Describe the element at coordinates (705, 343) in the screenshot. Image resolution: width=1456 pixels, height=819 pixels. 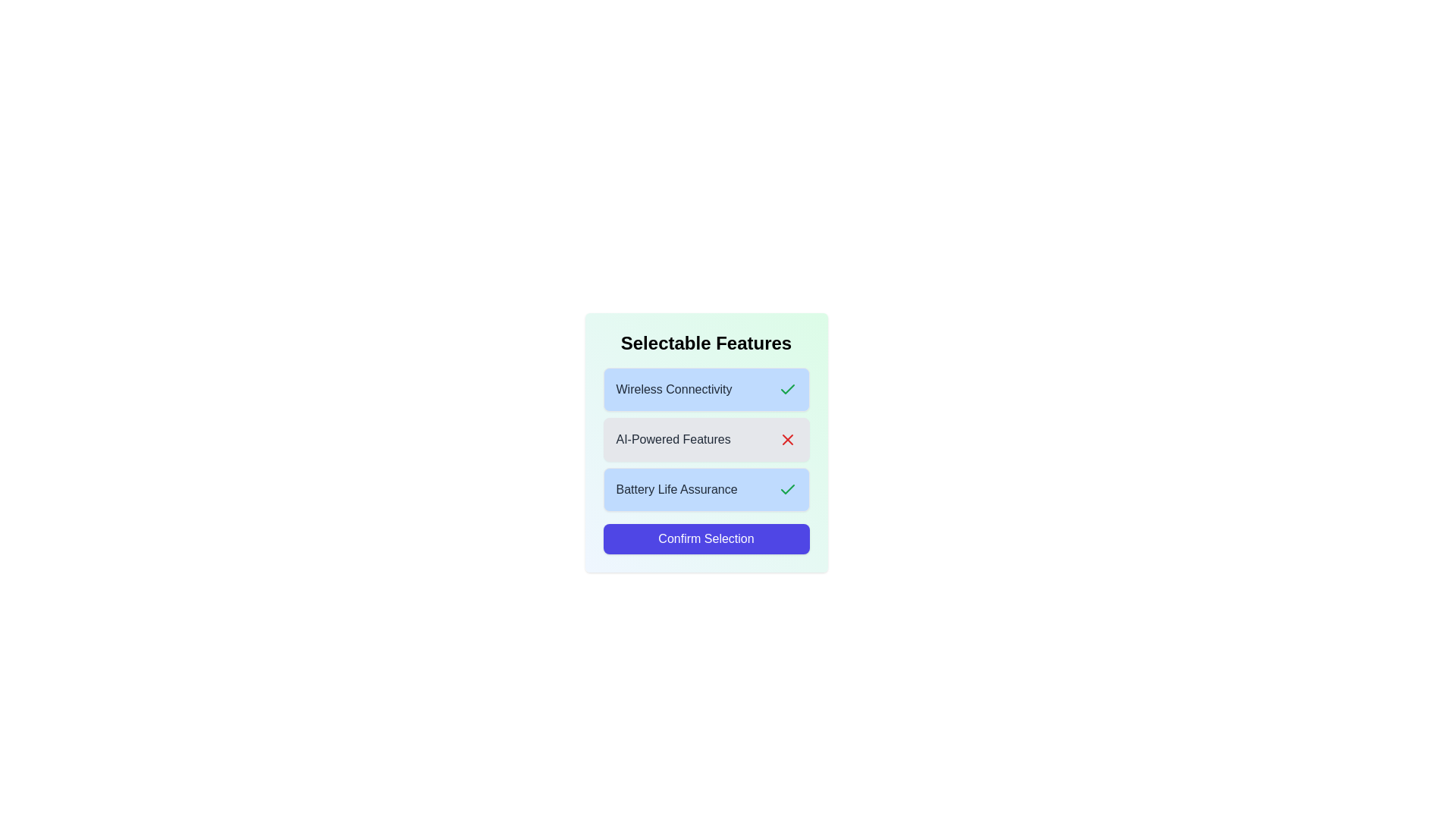
I see `the 'Selectable Features' text label, which is bold and centered at the top of a card-like layout` at that location.